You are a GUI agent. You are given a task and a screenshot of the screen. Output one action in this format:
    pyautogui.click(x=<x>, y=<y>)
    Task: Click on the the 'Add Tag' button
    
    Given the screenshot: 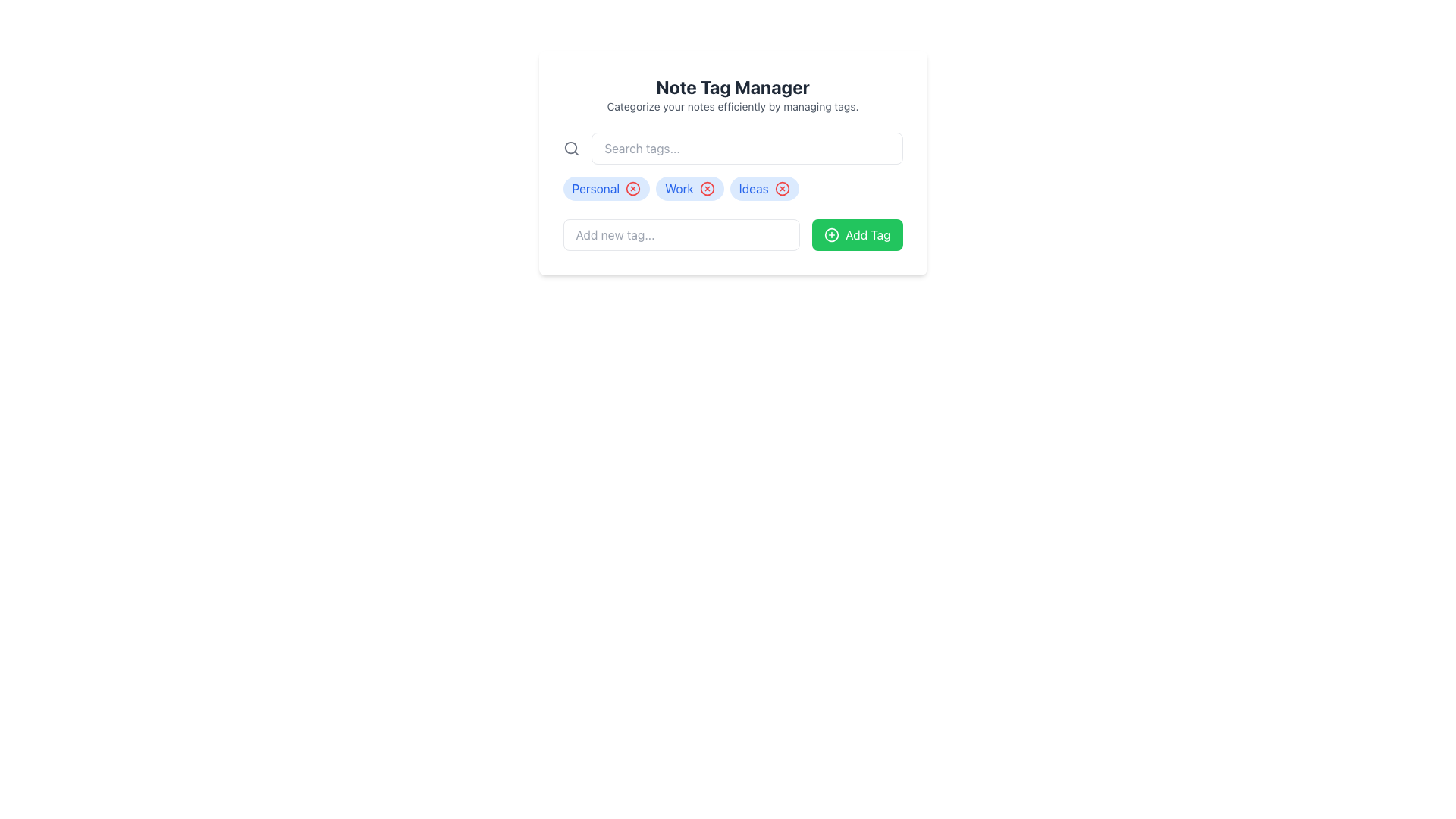 What is the action you would take?
    pyautogui.click(x=857, y=234)
    